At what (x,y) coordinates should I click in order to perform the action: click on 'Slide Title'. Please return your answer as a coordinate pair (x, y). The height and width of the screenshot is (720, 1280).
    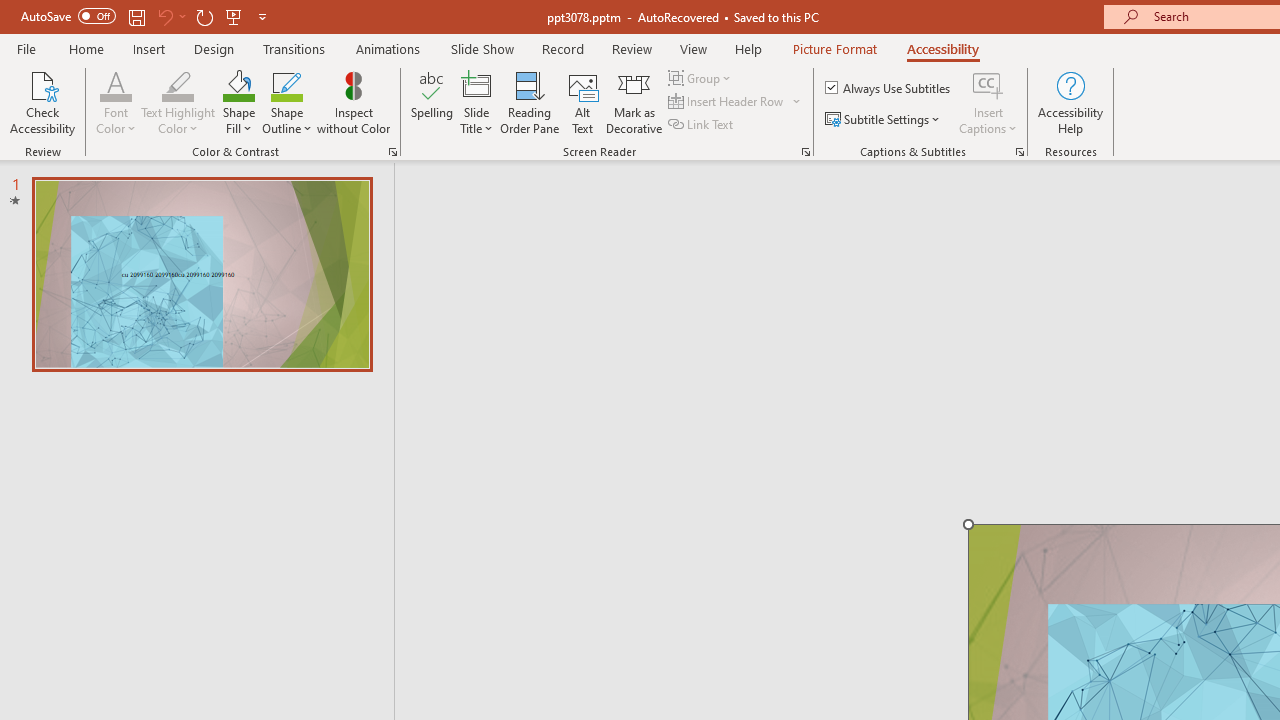
    Looking at the image, I should click on (475, 84).